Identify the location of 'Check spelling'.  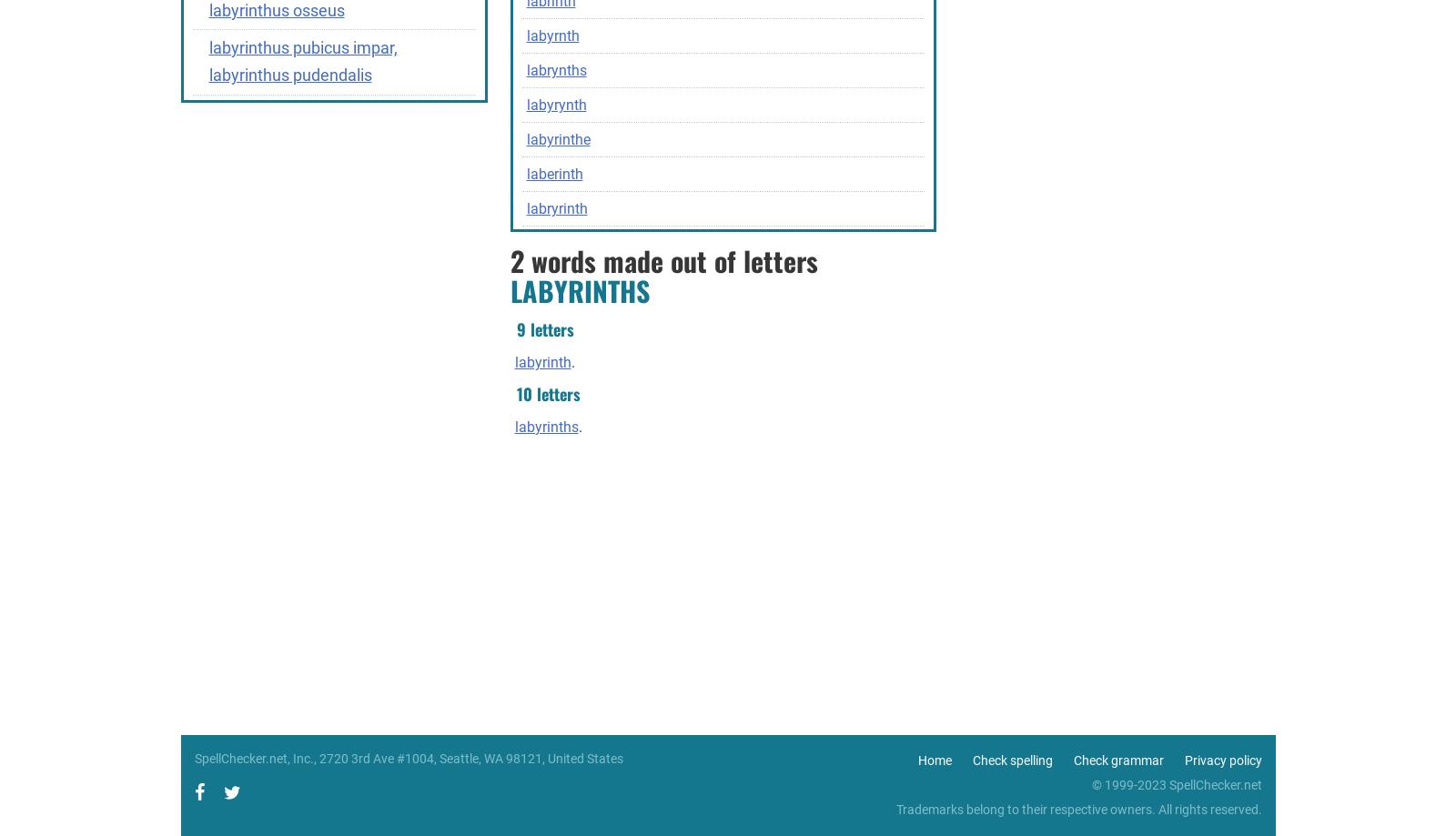
(1012, 759).